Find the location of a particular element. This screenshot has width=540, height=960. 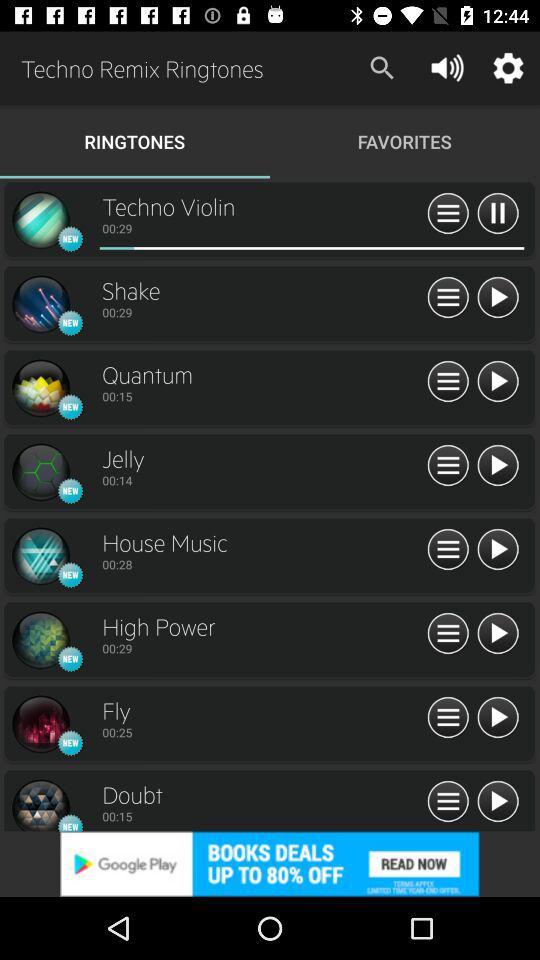

music is located at coordinates (448, 466).